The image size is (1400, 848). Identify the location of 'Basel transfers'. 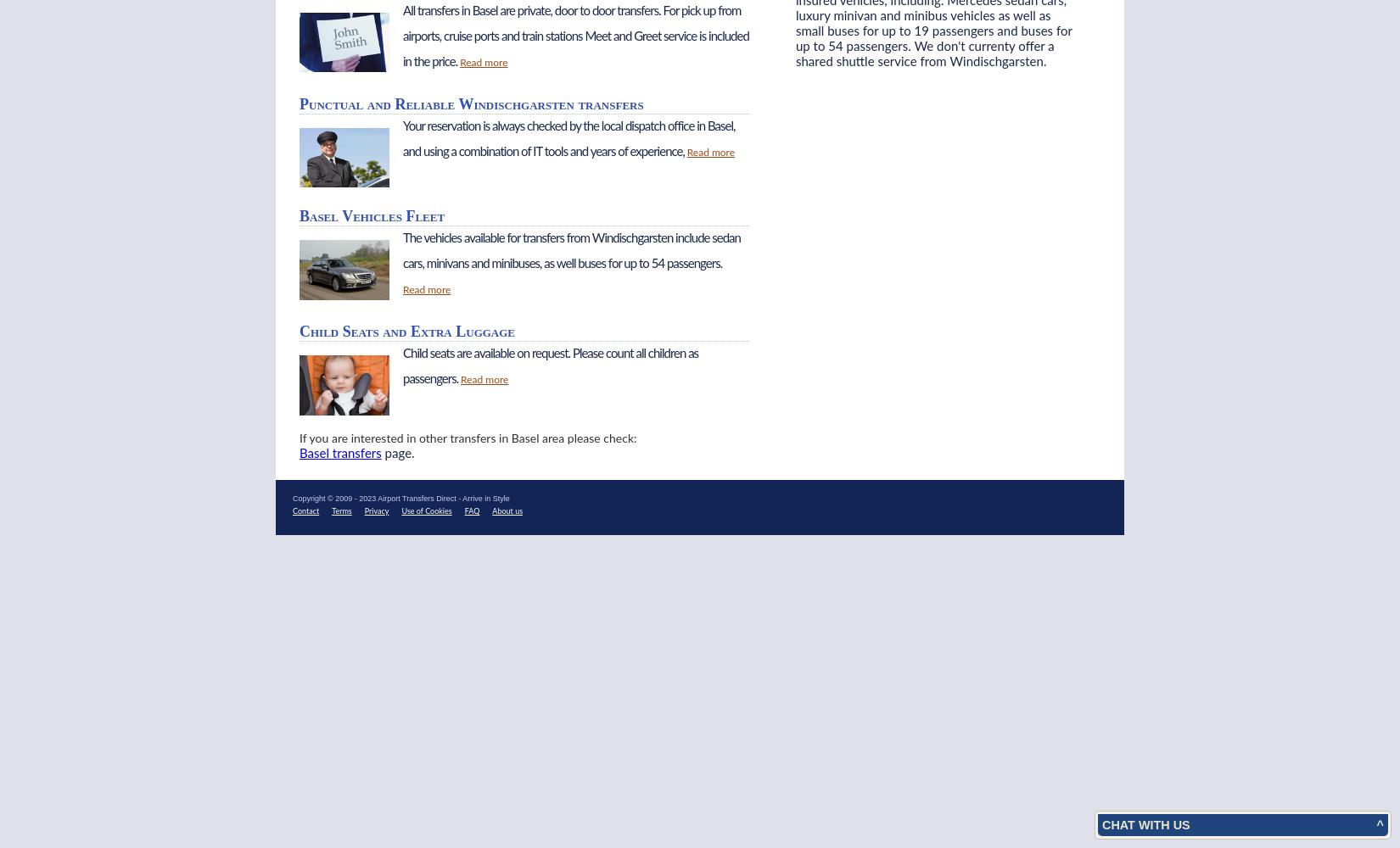
(339, 453).